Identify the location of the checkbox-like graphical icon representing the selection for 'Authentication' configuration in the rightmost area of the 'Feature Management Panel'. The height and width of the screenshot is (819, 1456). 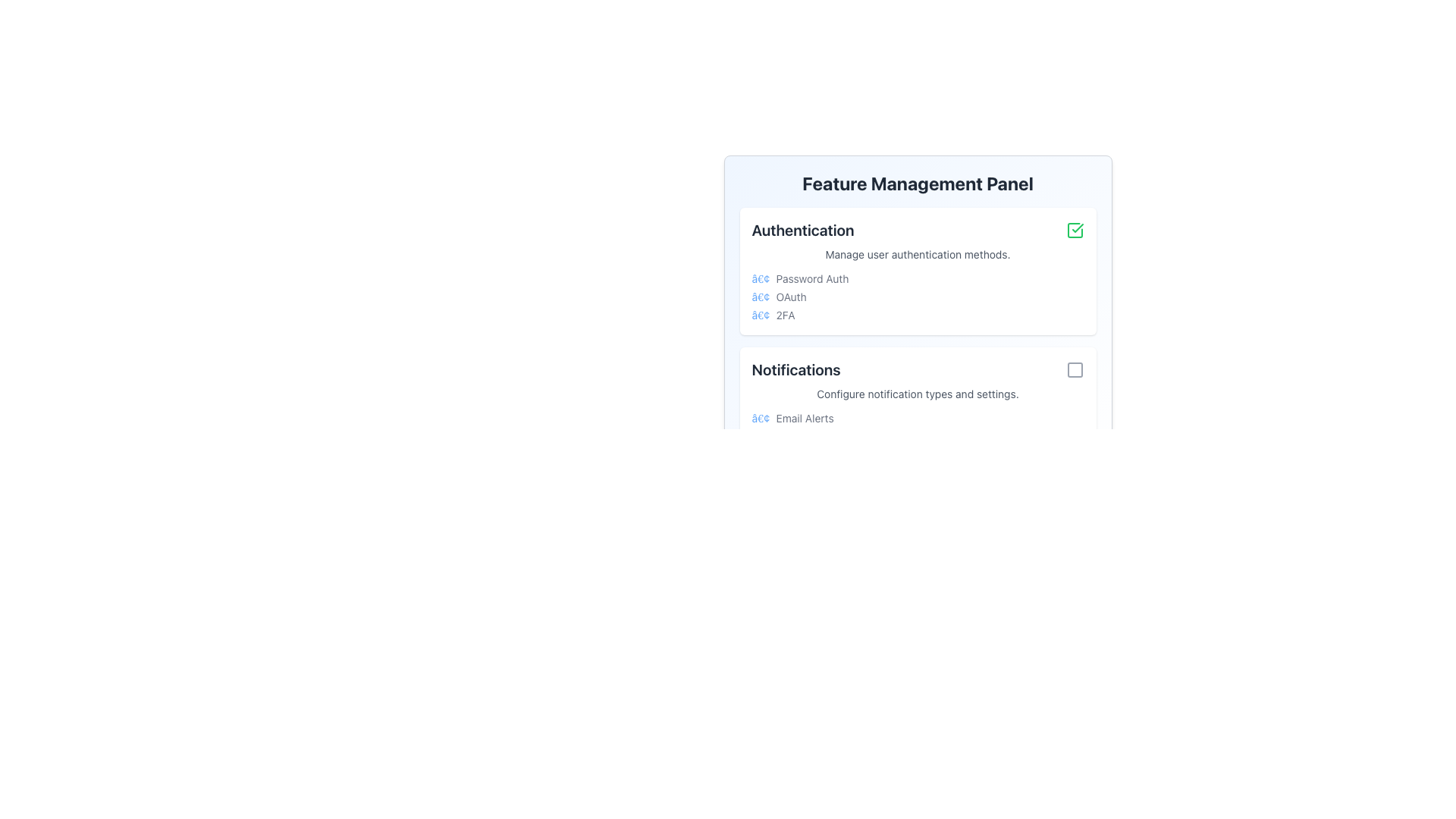
(1074, 231).